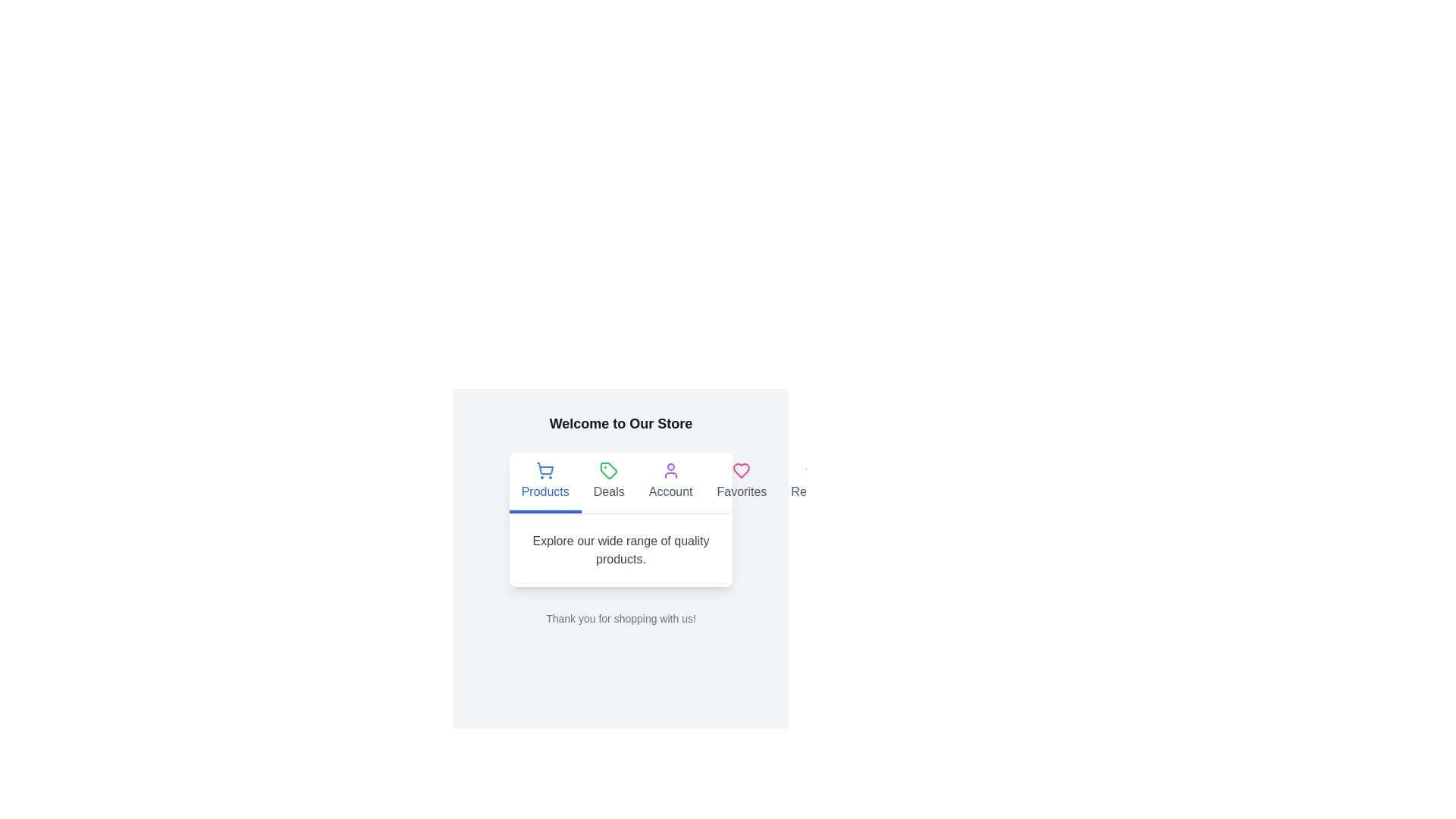 This screenshot has width=1456, height=819. I want to click on the 'Account' text label located beneath the user figure icon in the navigation menu, so click(670, 491).